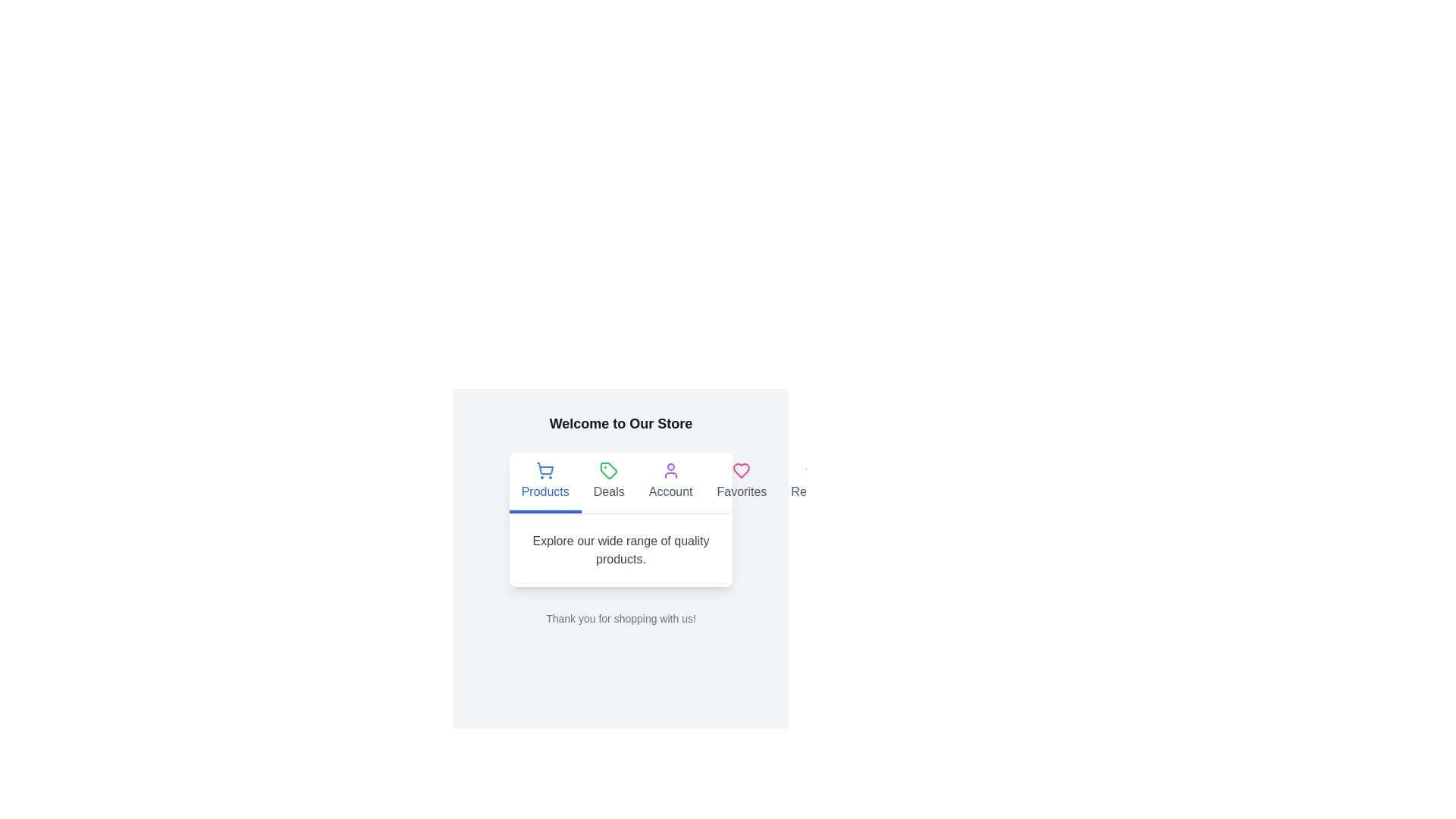 This screenshot has width=1456, height=819. I want to click on the 'Account' text label located beneath the user figure icon in the navigation menu, so click(670, 491).